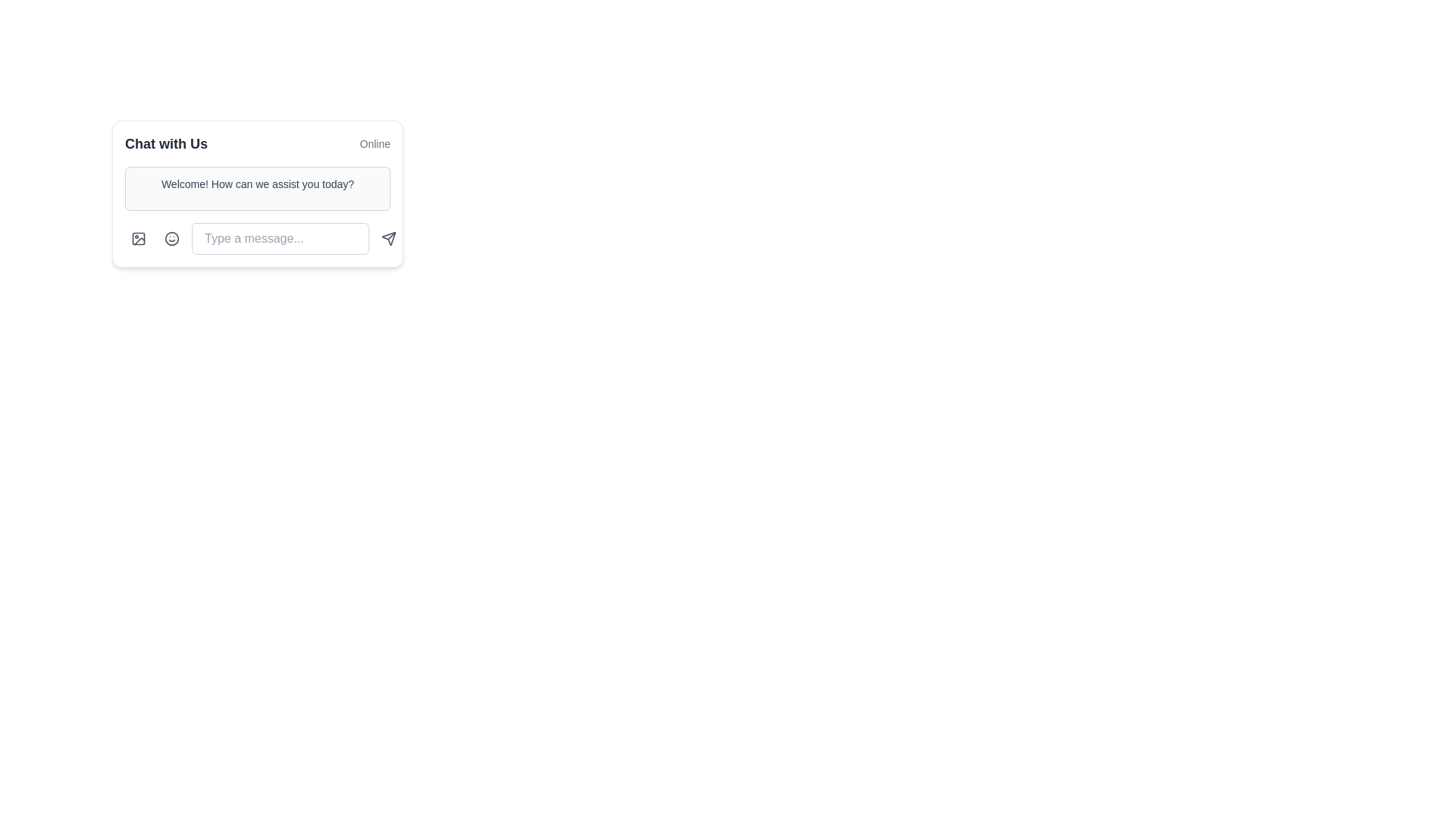  I want to click on the static text label displaying 'Online' located at the top-right of the chat interface, adjacent to 'Chat with Us', so click(375, 143).